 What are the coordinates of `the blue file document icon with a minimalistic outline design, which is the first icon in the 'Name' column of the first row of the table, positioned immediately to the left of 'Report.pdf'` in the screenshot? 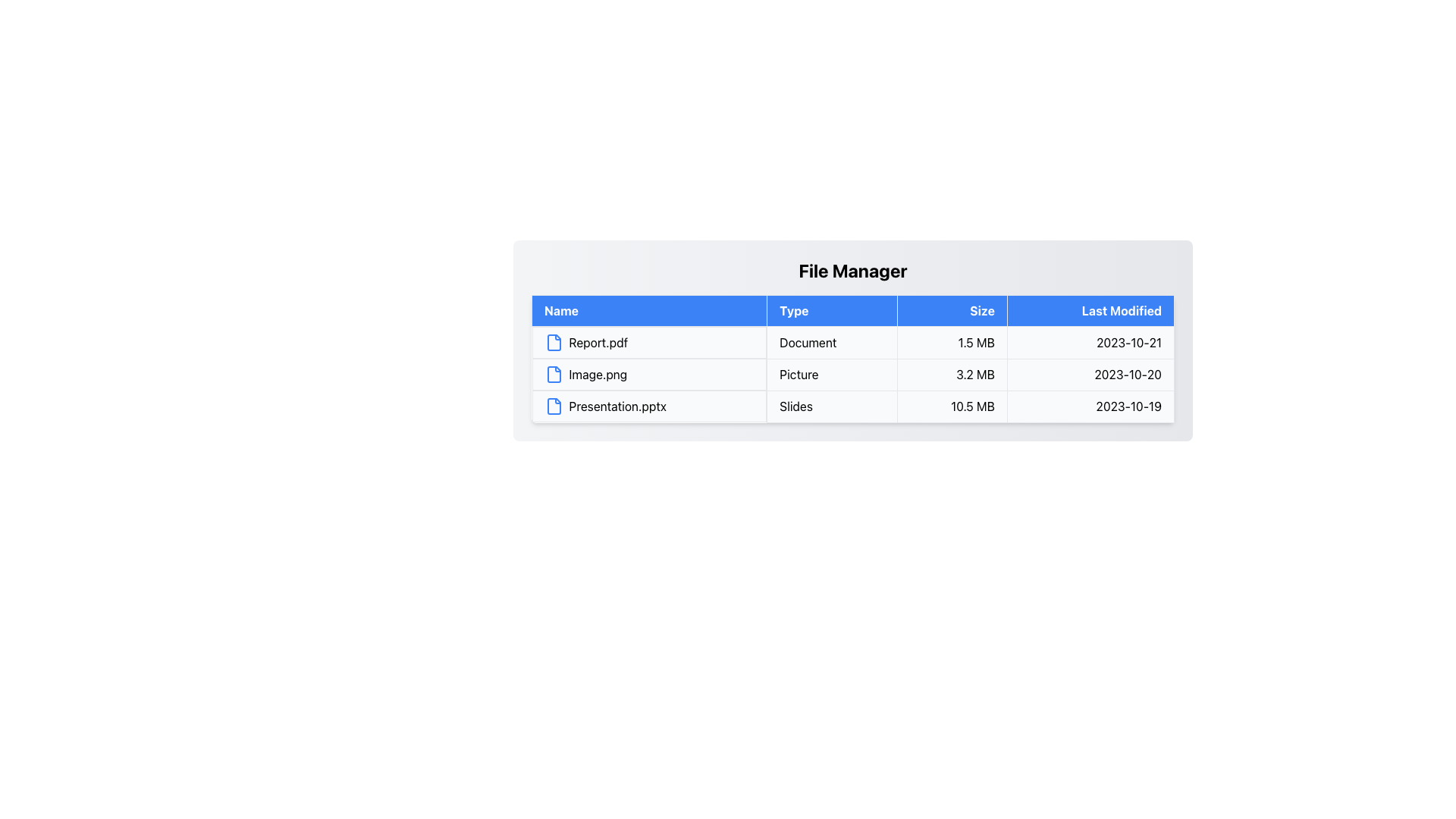 It's located at (553, 342).